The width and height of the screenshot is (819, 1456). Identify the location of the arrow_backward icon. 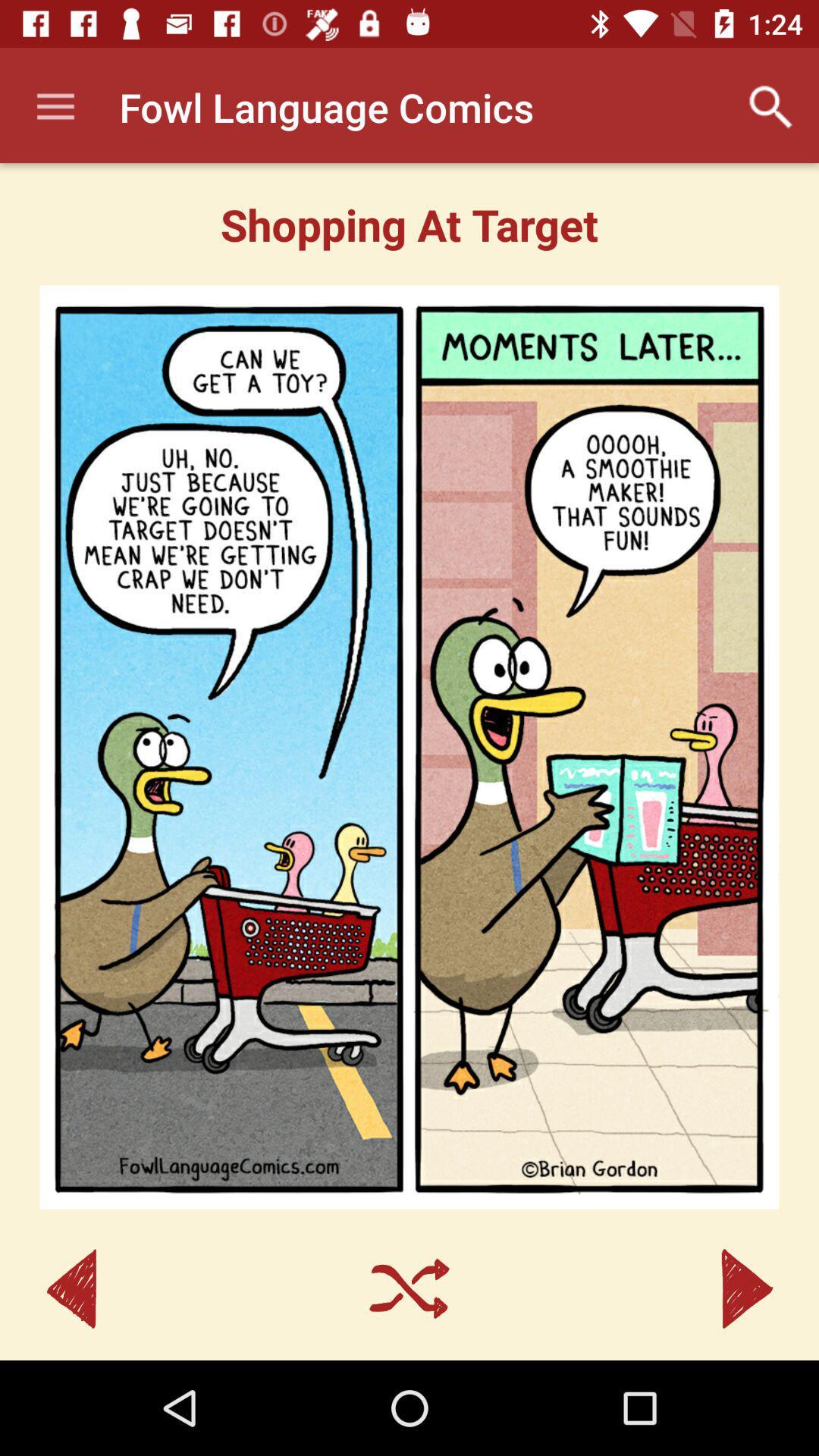
(71, 1288).